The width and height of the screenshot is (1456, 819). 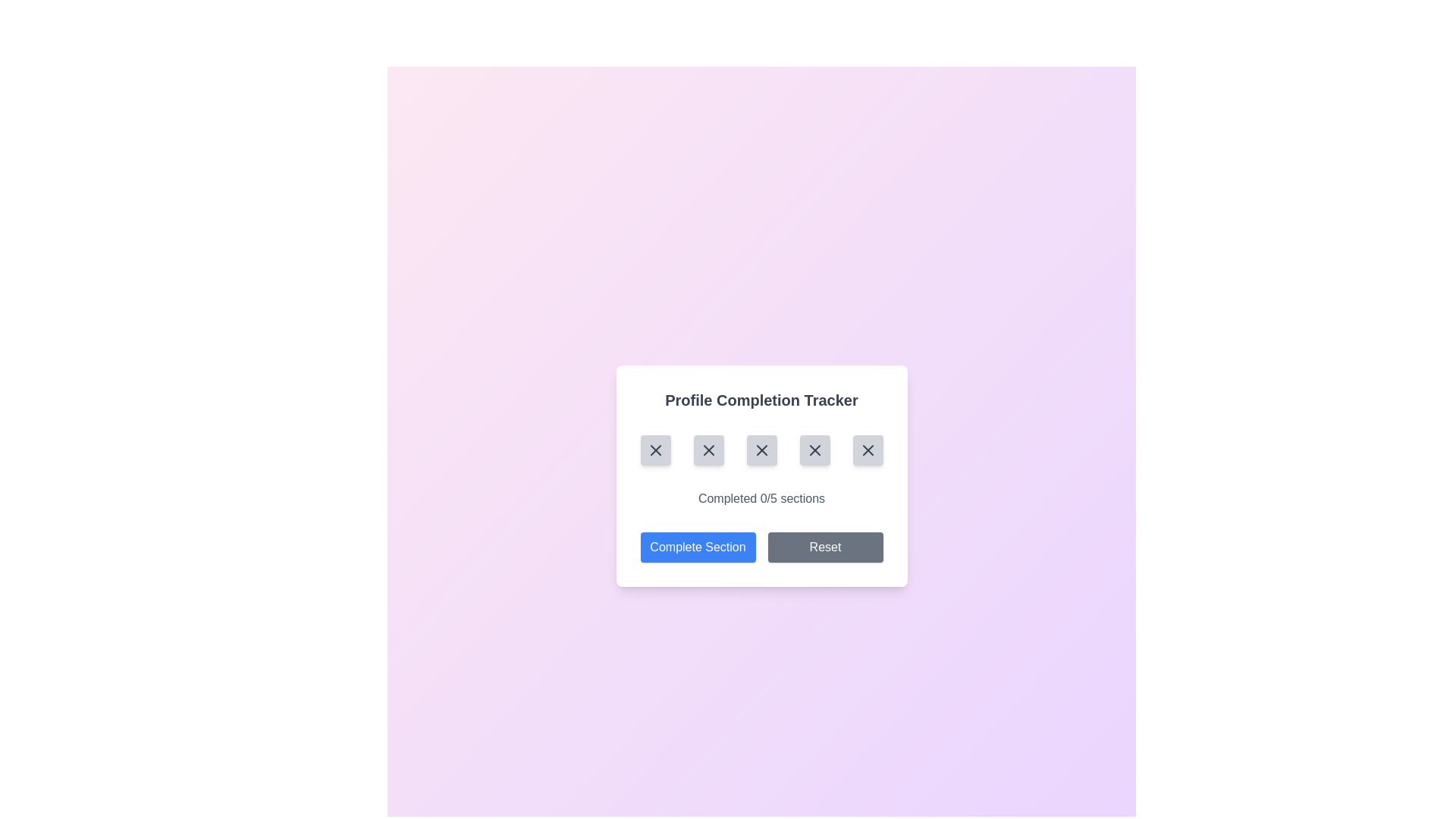 What do you see at coordinates (868, 450) in the screenshot?
I see `the fifth interactive button in the horizontal row, which indicates an incomplete section in the process` at bounding box center [868, 450].